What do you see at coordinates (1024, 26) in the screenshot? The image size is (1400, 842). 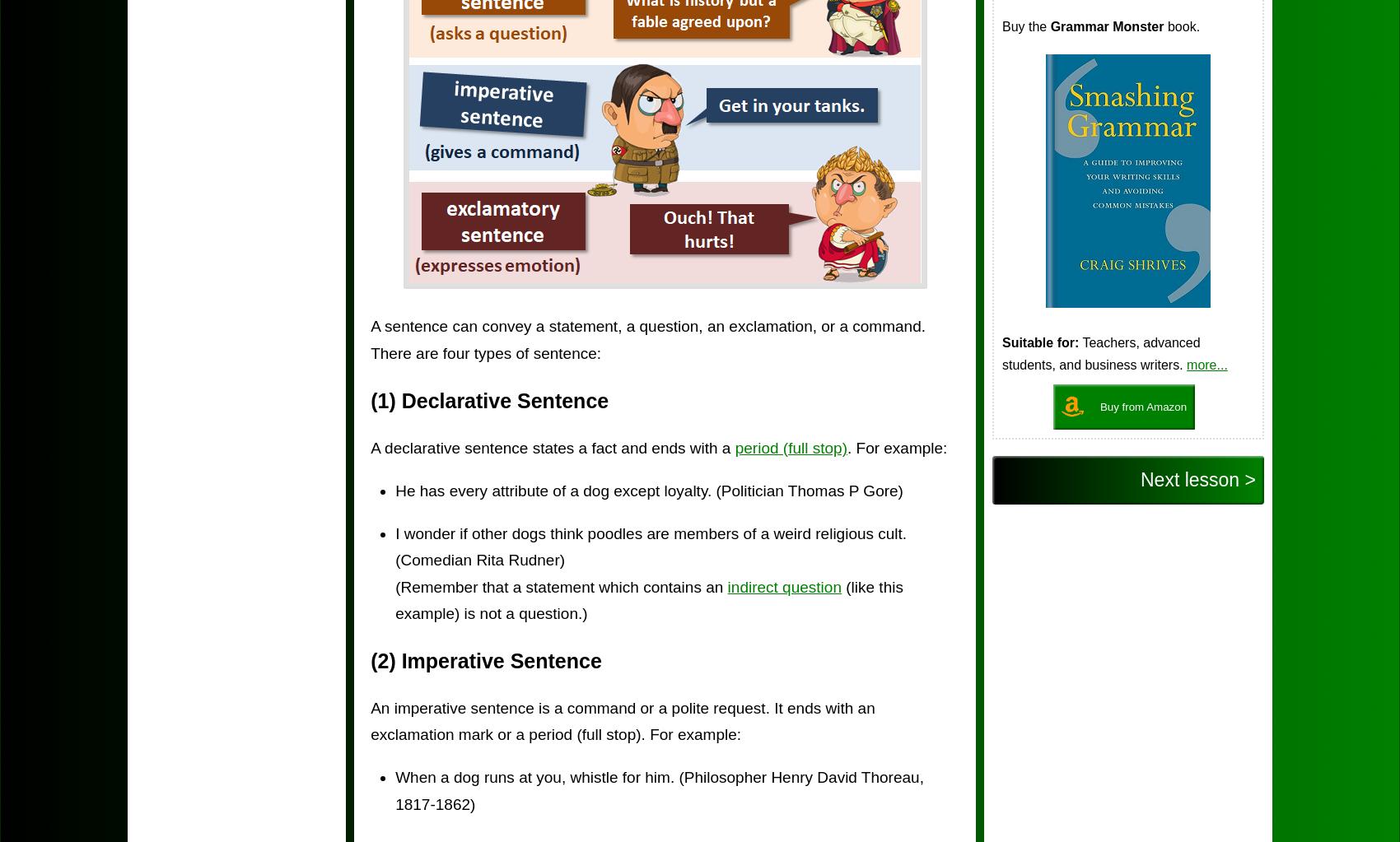 I see `'Buy the'` at bounding box center [1024, 26].